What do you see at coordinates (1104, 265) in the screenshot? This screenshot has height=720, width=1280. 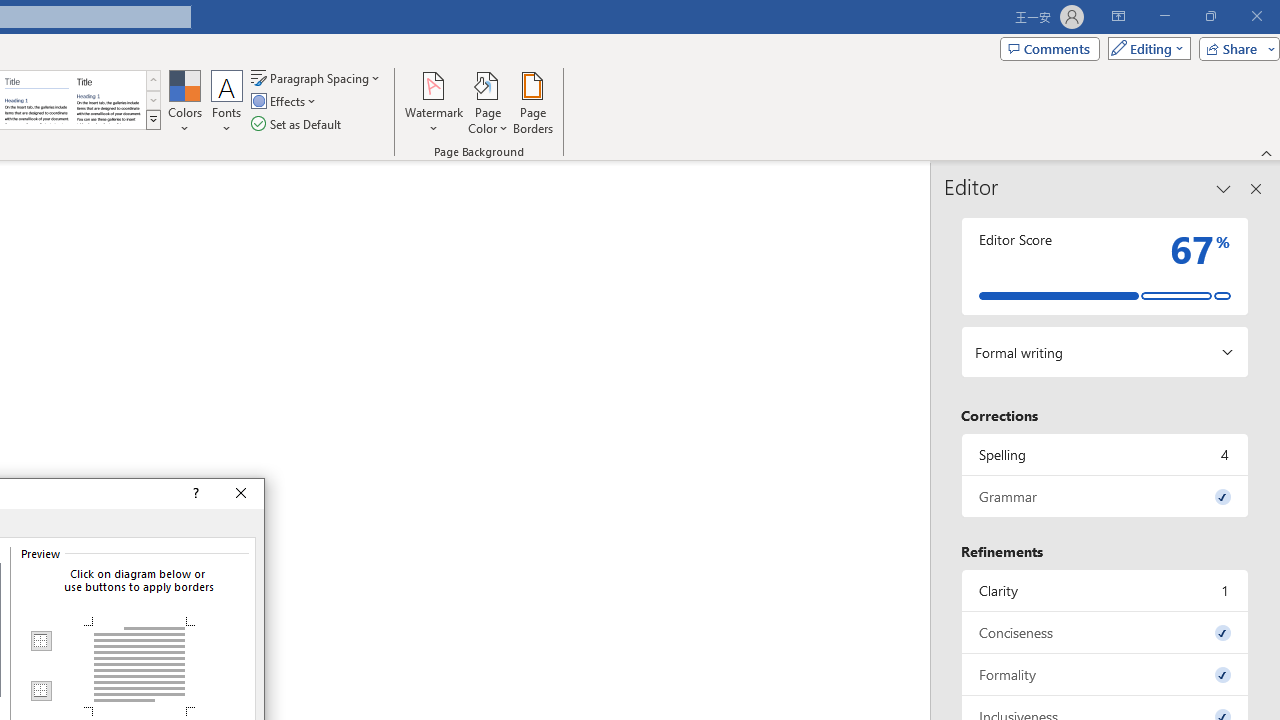 I see `'Editor Score 67%'` at bounding box center [1104, 265].